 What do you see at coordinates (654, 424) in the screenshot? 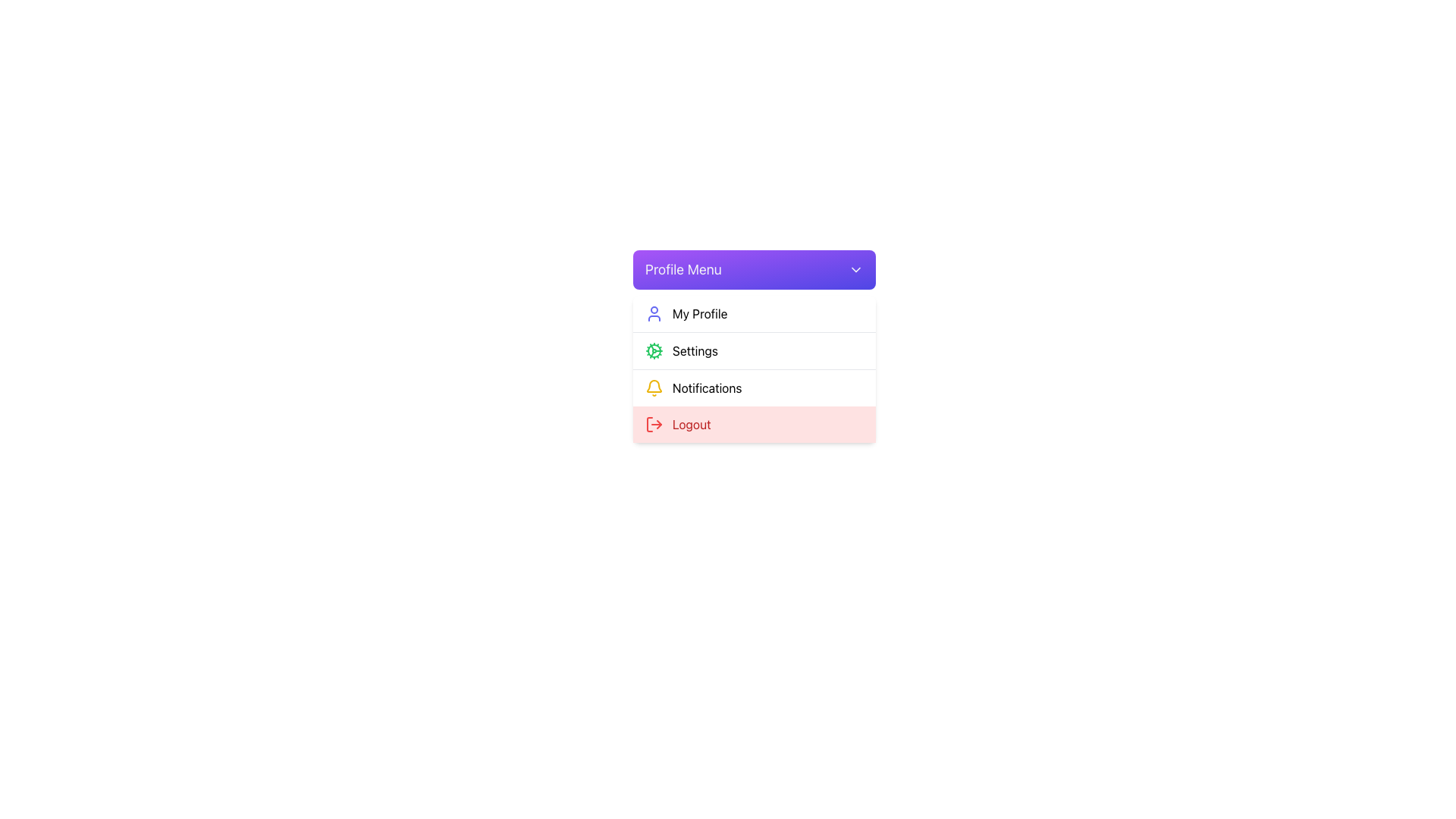
I see `the log-out icon, which is styled with a red color and located at the bottom of the dropdown list menu, to potentially display a tooltip` at bounding box center [654, 424].